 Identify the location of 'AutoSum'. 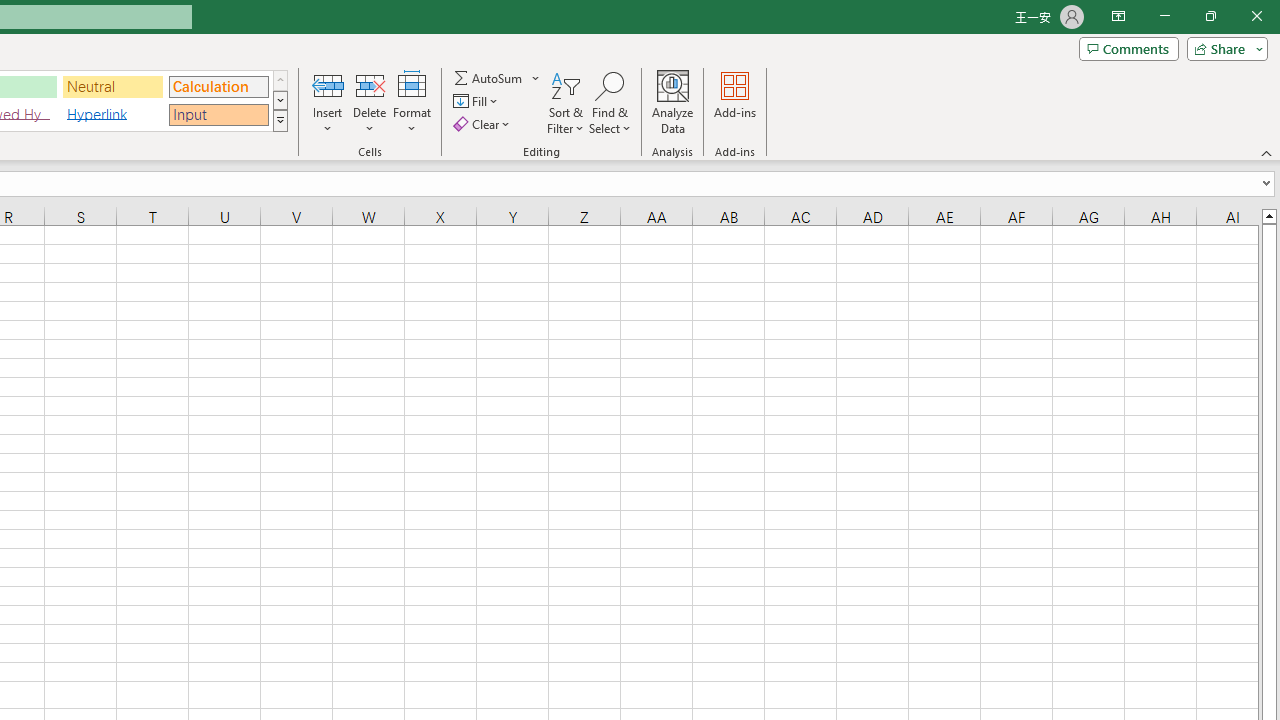
(497, 77).